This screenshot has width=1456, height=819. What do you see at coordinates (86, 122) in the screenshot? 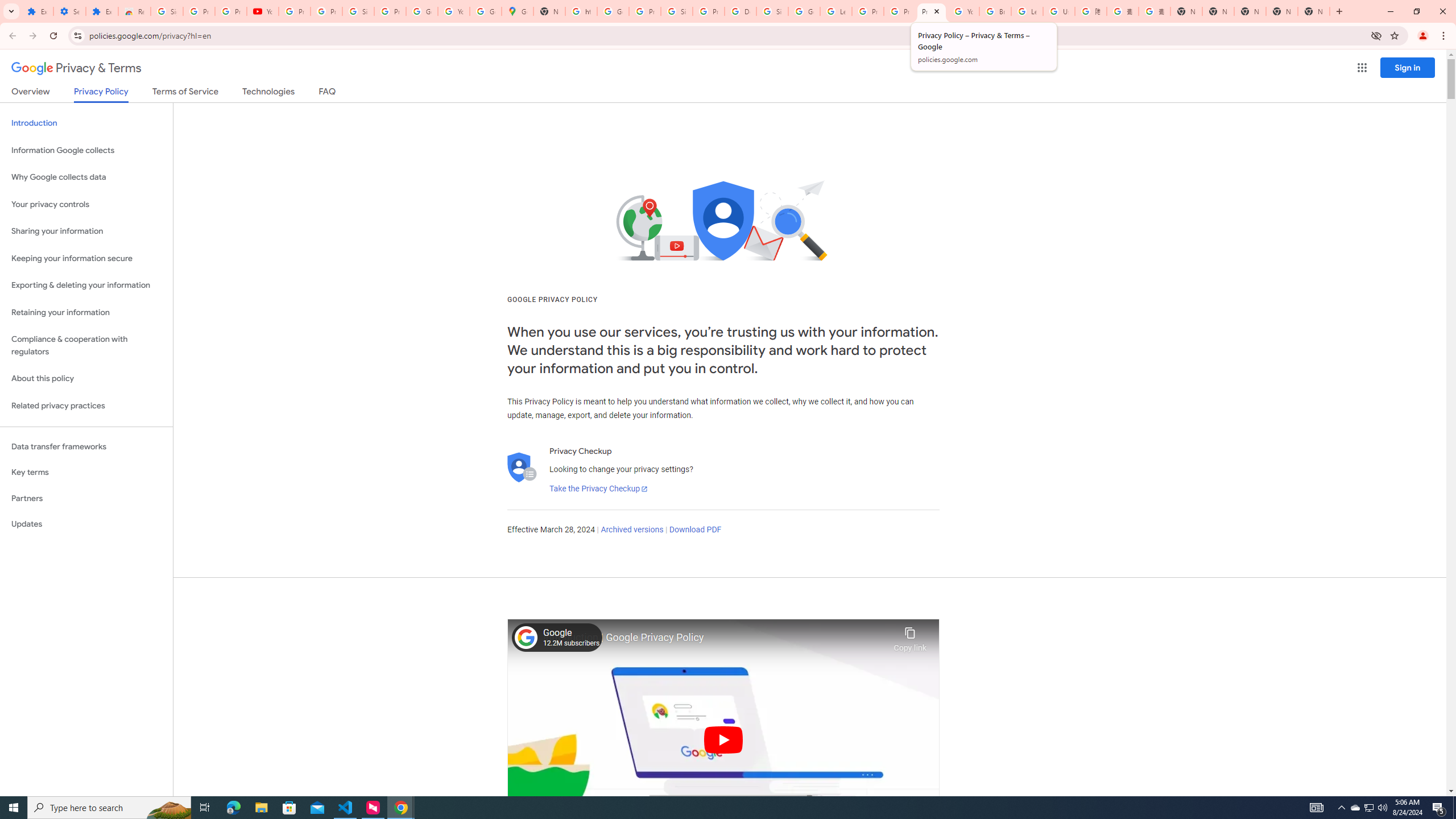
I see `'Introduction'` at bounding box center [86, 122].